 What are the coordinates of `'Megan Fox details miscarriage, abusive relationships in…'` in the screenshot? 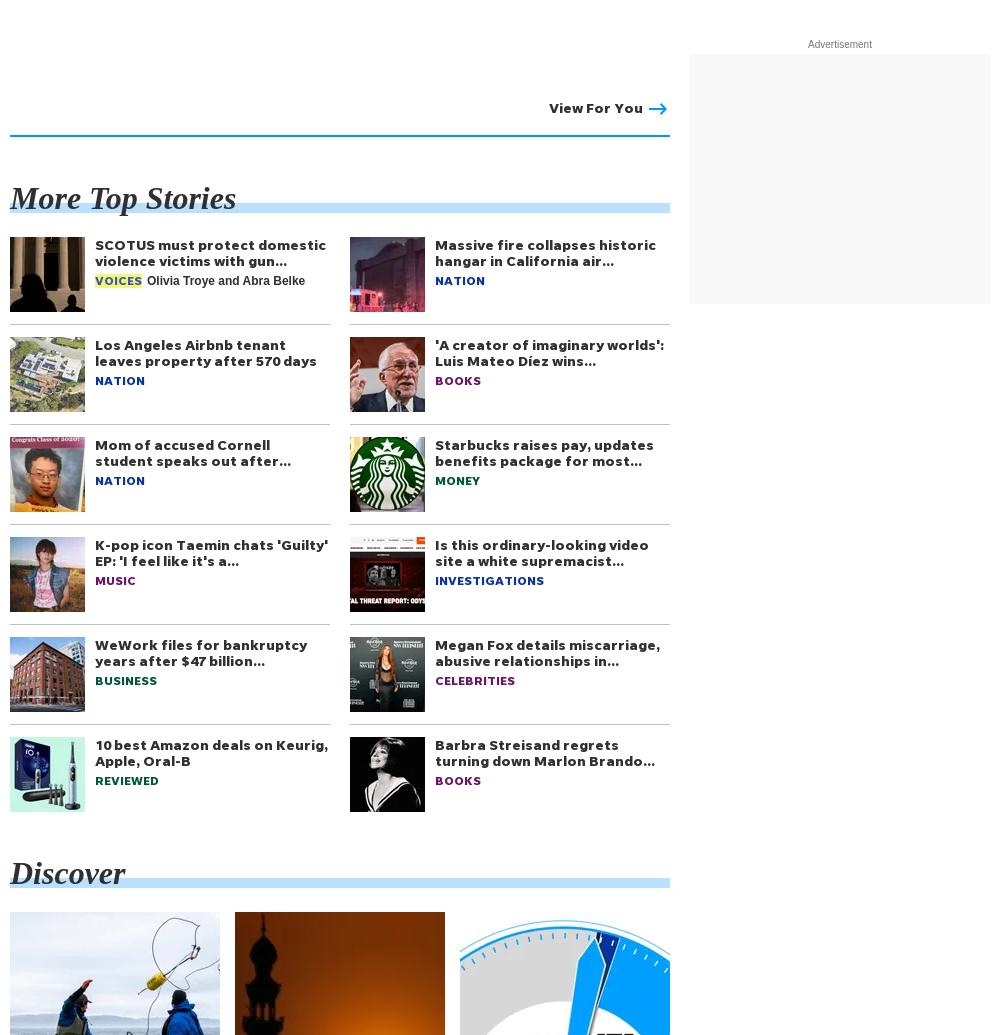 It's located at (547, 651).